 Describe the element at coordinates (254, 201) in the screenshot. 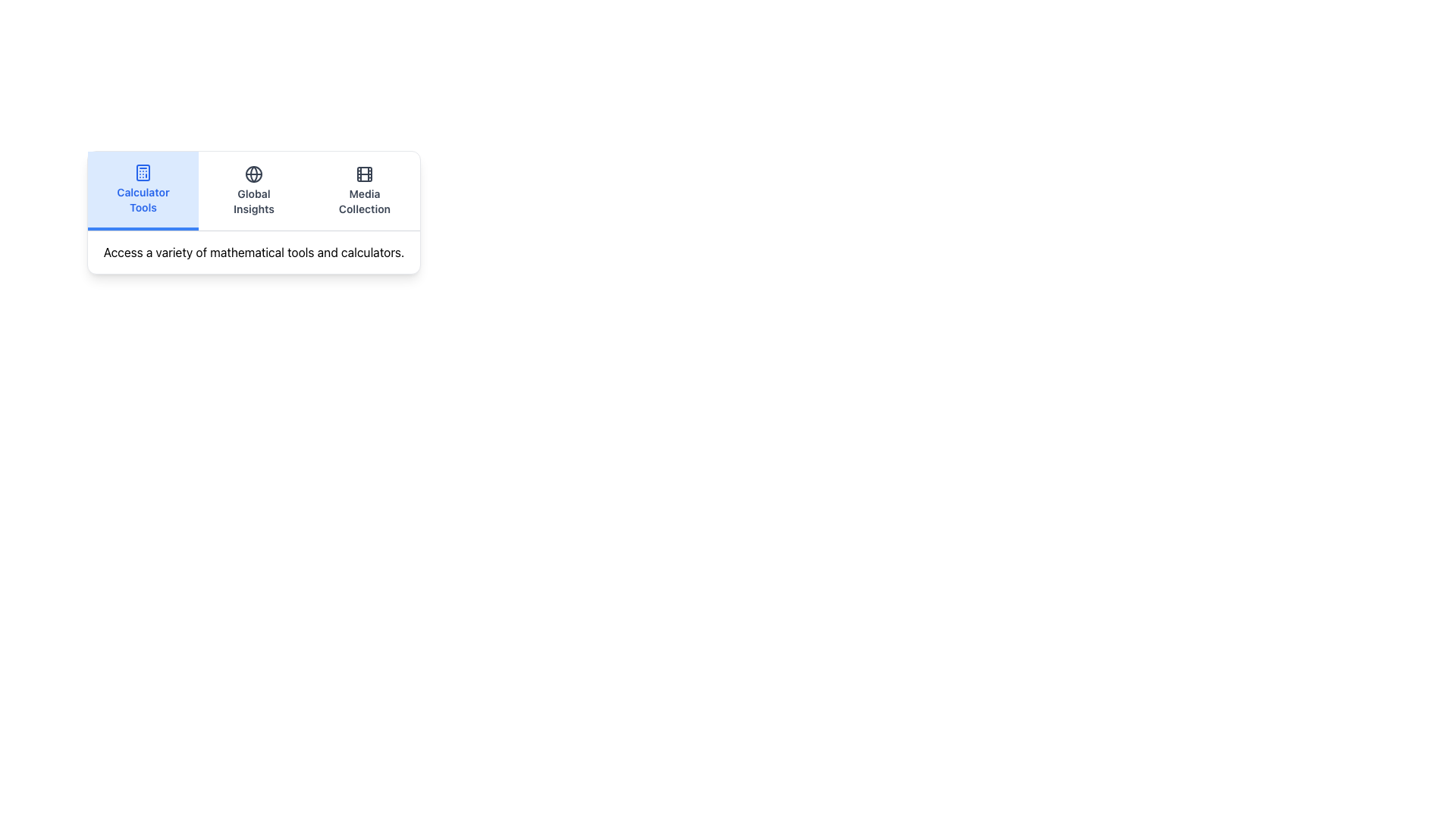

I see `assistive technology` at that location.